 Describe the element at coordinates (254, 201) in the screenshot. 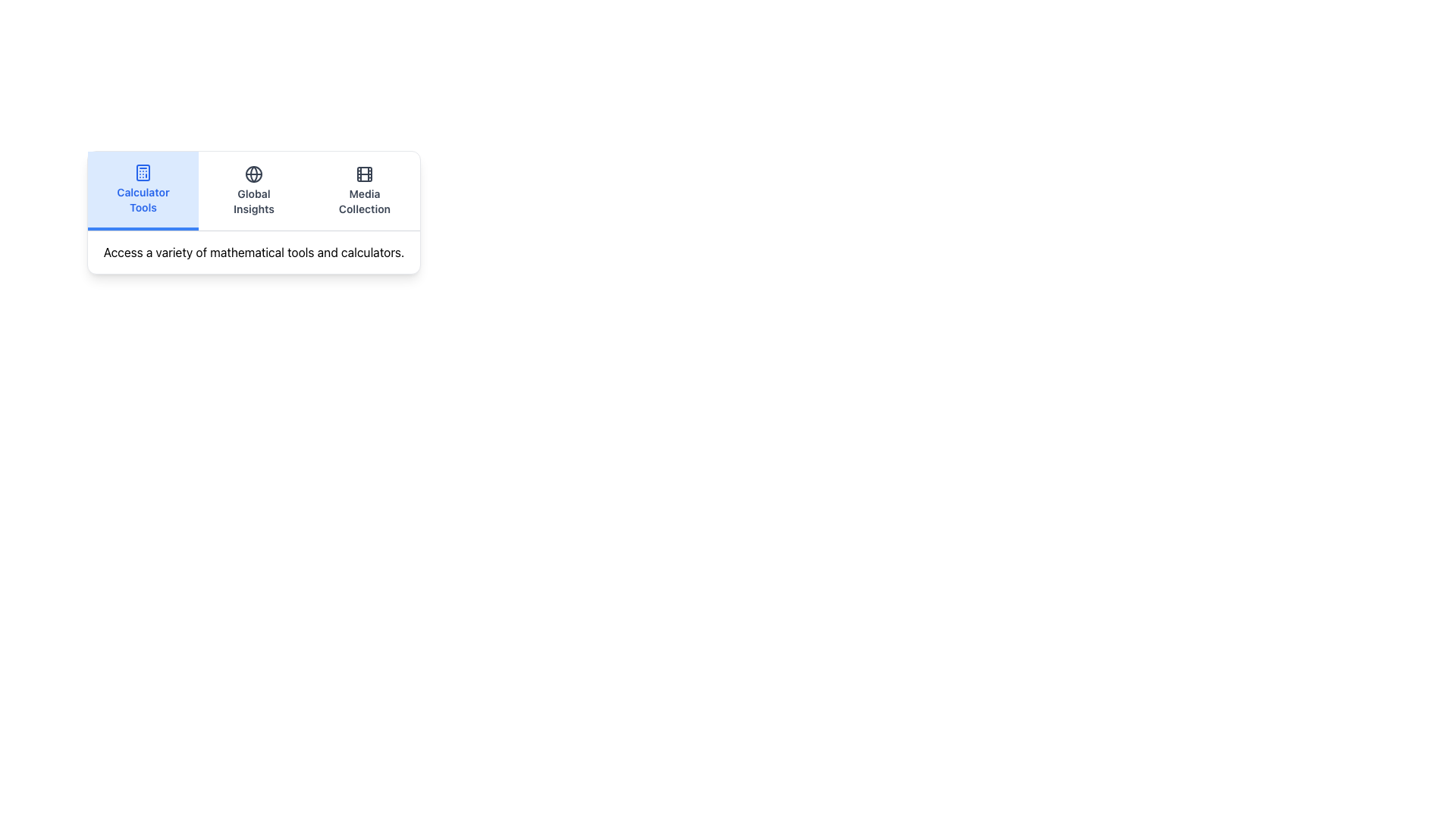

I see `assistive technology` at that location.